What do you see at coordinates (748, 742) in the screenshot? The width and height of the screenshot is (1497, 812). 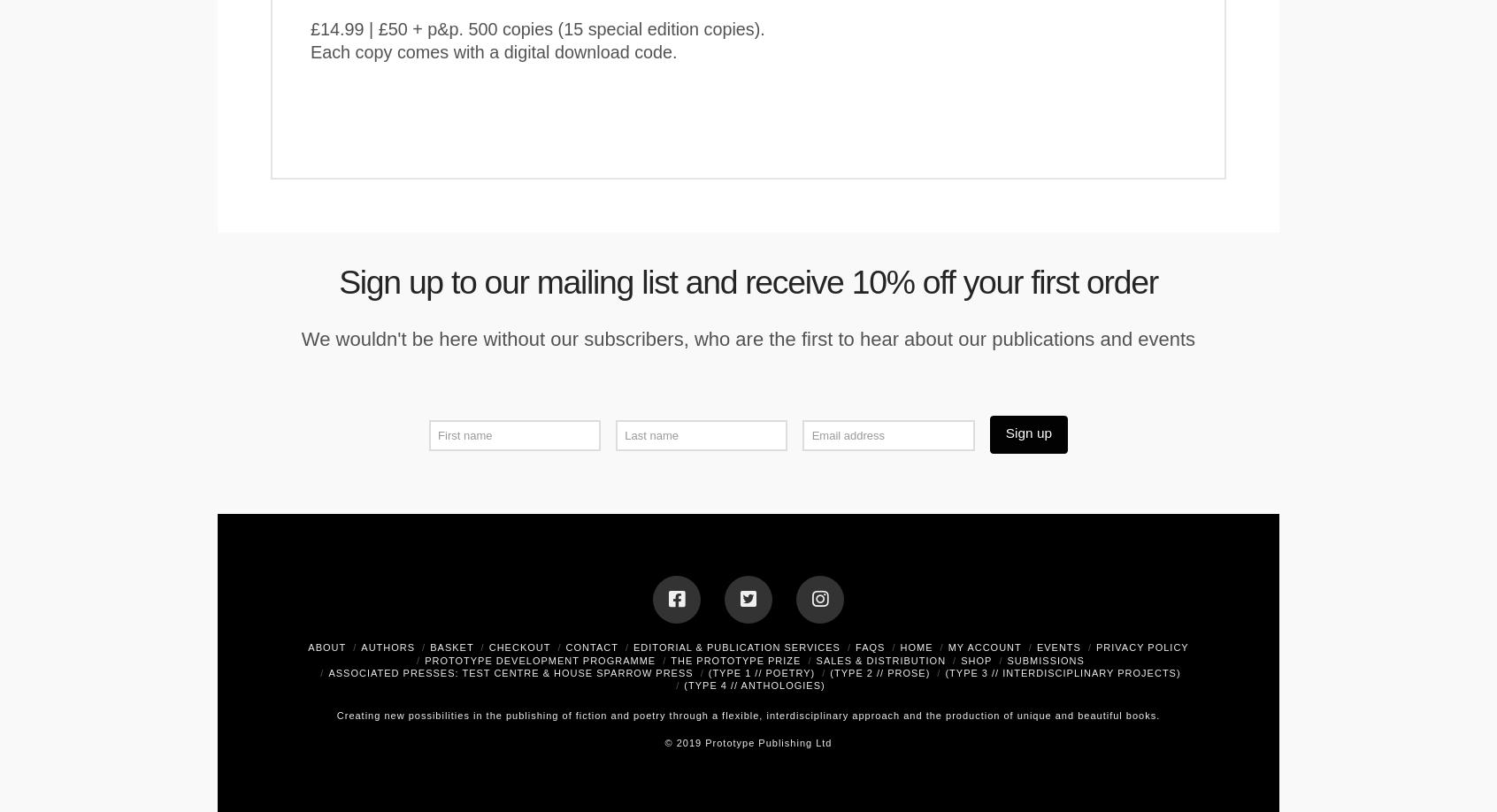 I see `'© 2019 Prototype Publishing Ltd'` at bounding box center [748, 742].